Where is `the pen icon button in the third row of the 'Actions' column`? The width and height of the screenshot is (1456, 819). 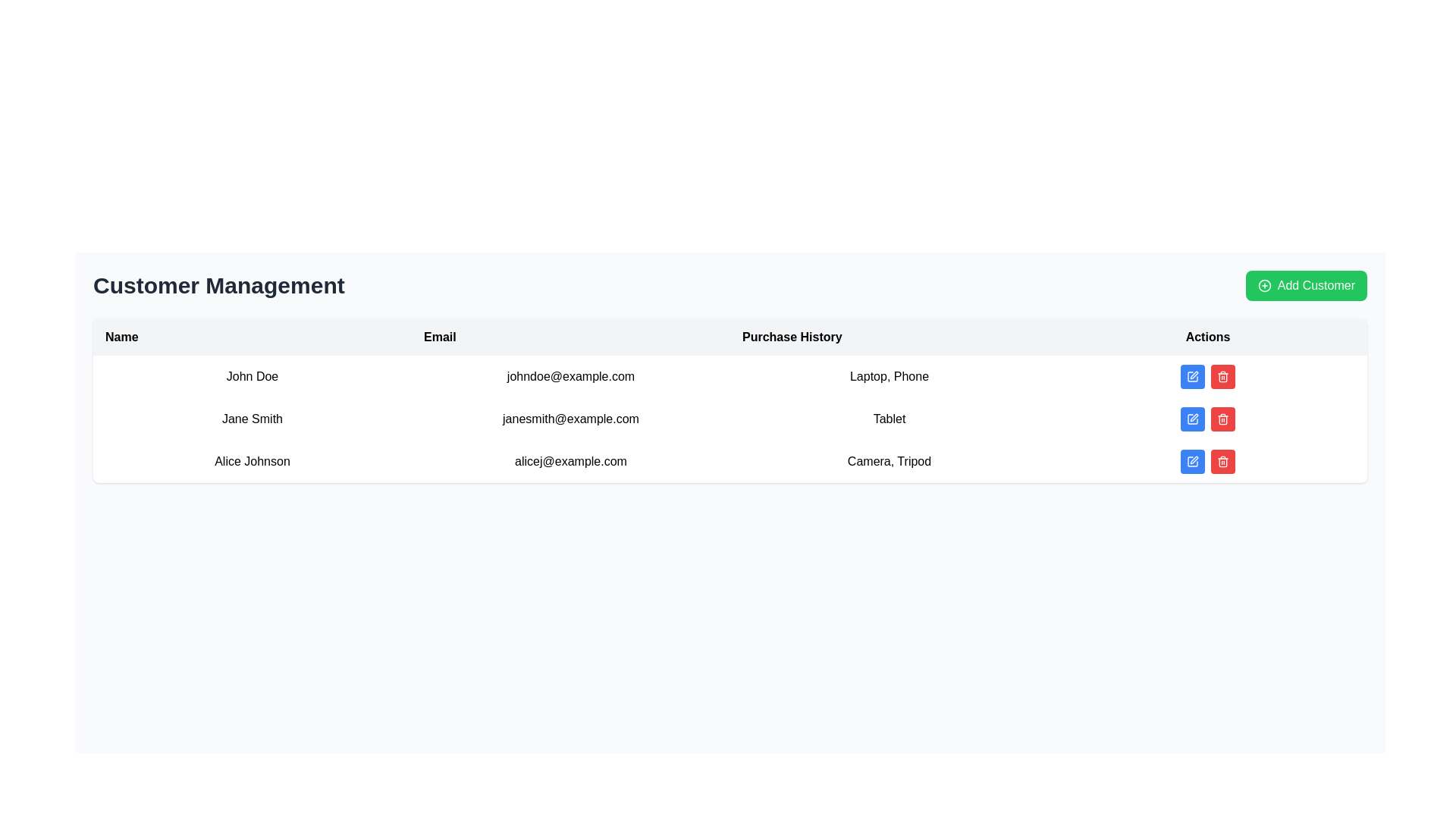 the pen icon button in the third row of the 'Actions' column is located at coordinates (1193, 459).